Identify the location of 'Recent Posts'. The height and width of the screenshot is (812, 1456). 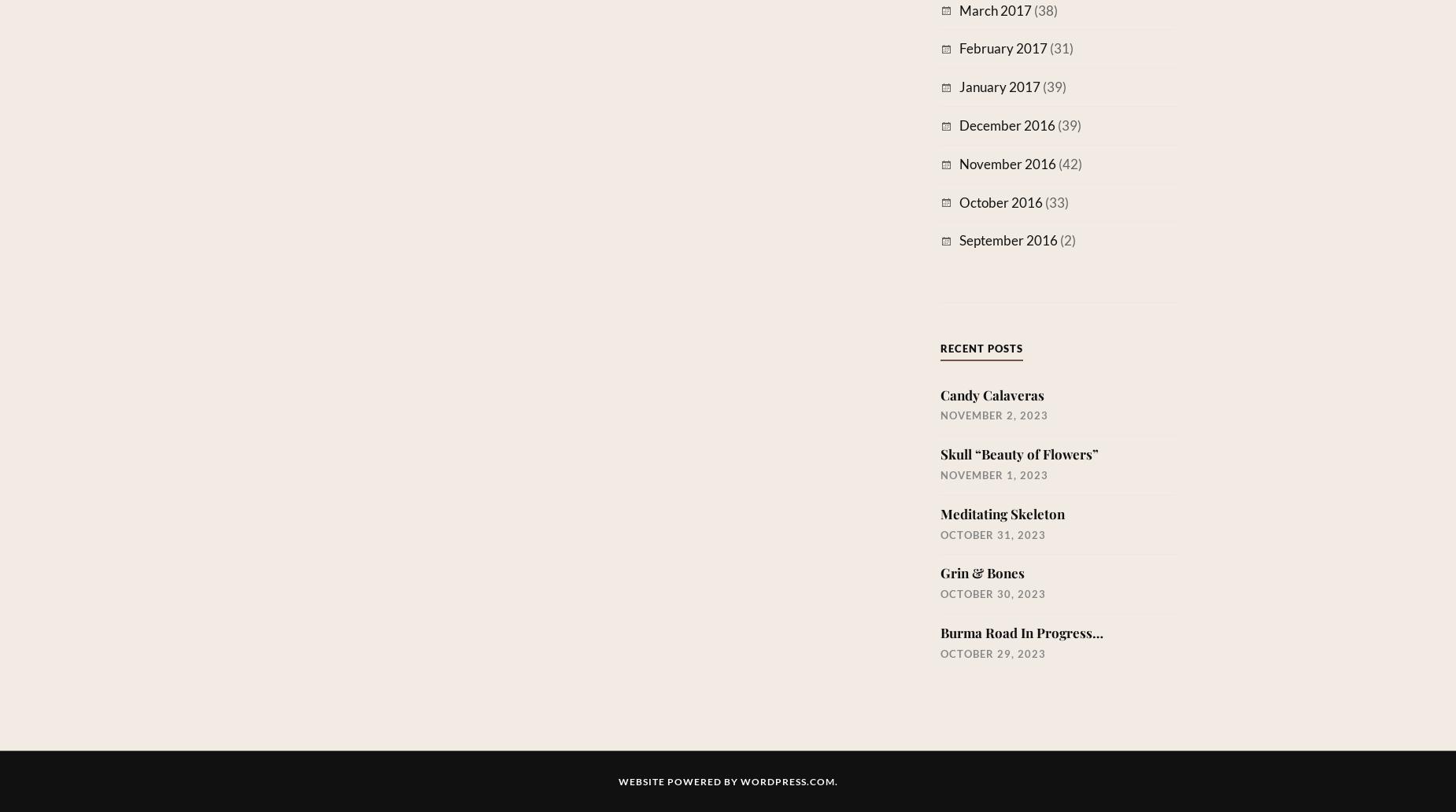
(939, 347).